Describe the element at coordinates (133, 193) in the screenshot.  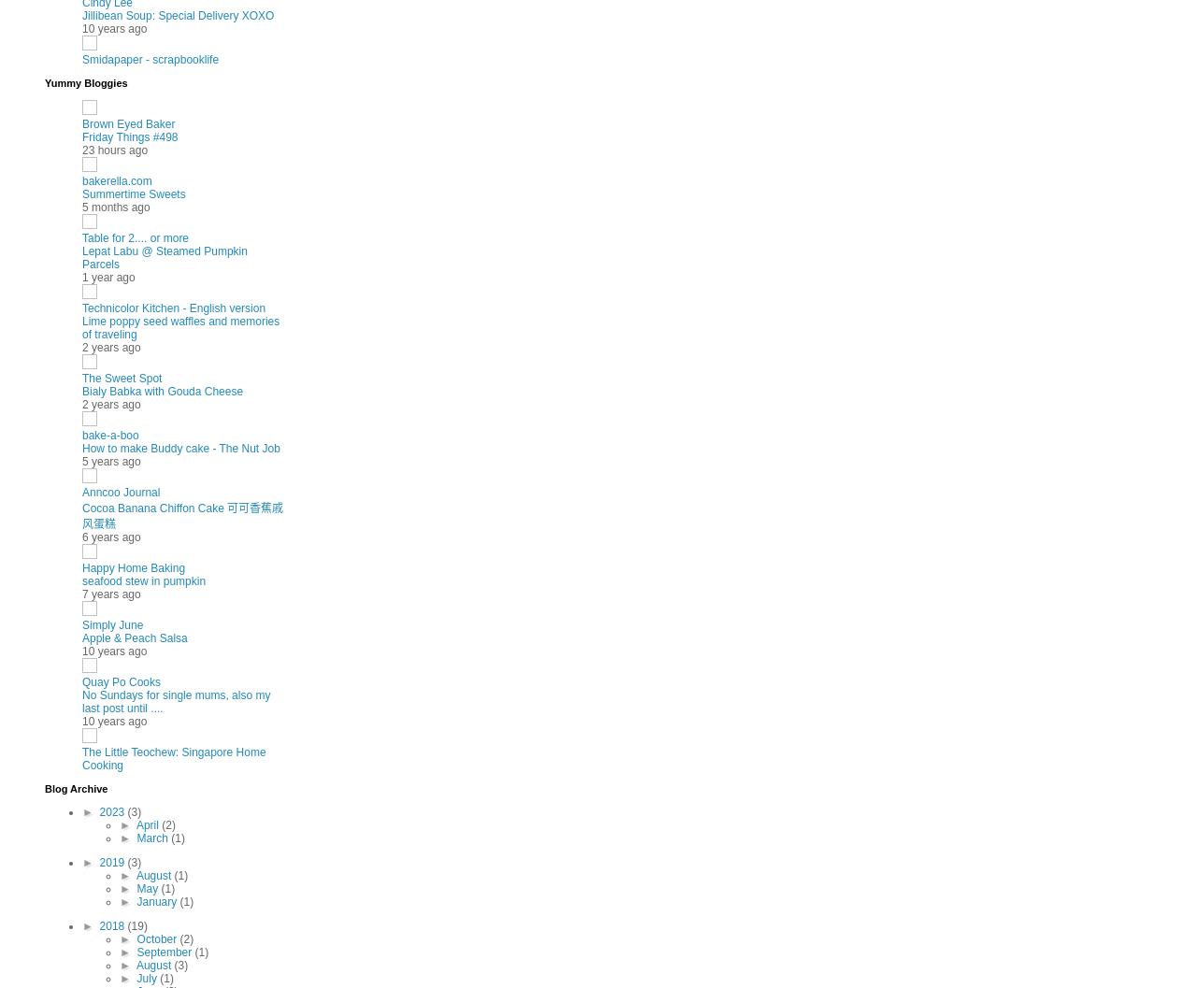
I see `'Summertime Sweets'` at that location.